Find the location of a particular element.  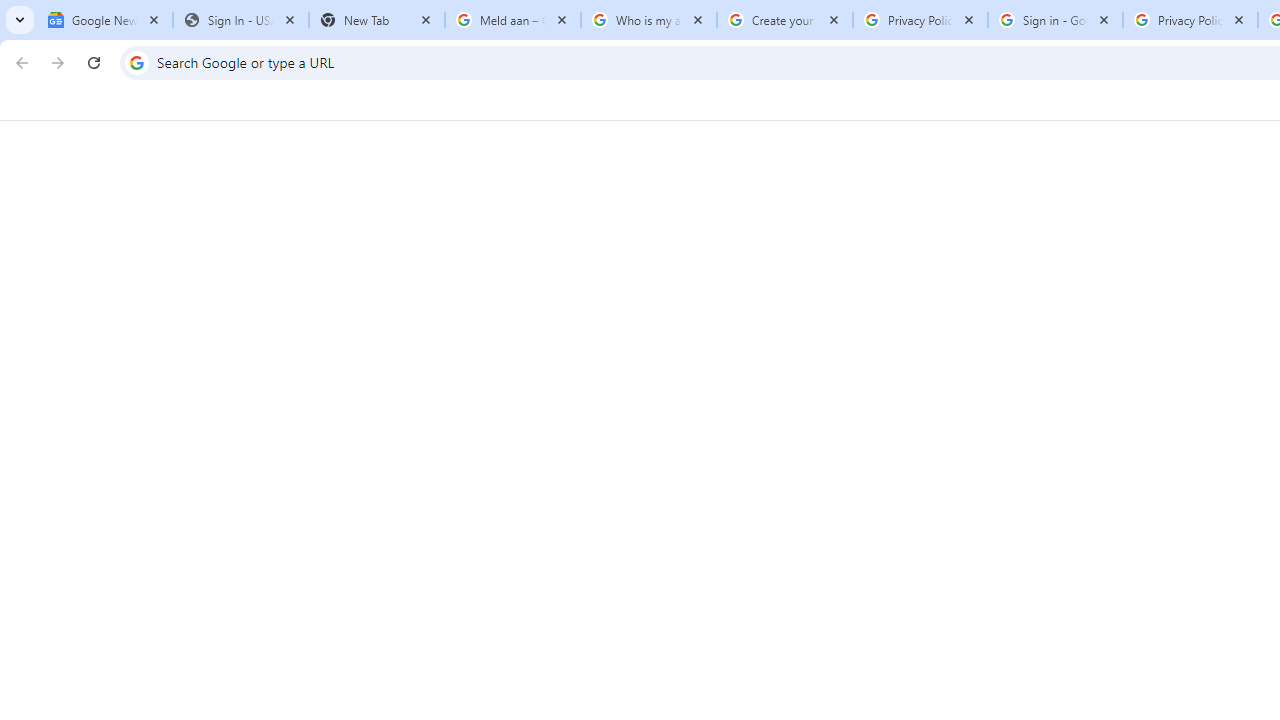

'Google News' is located at coordinates (103, 20).